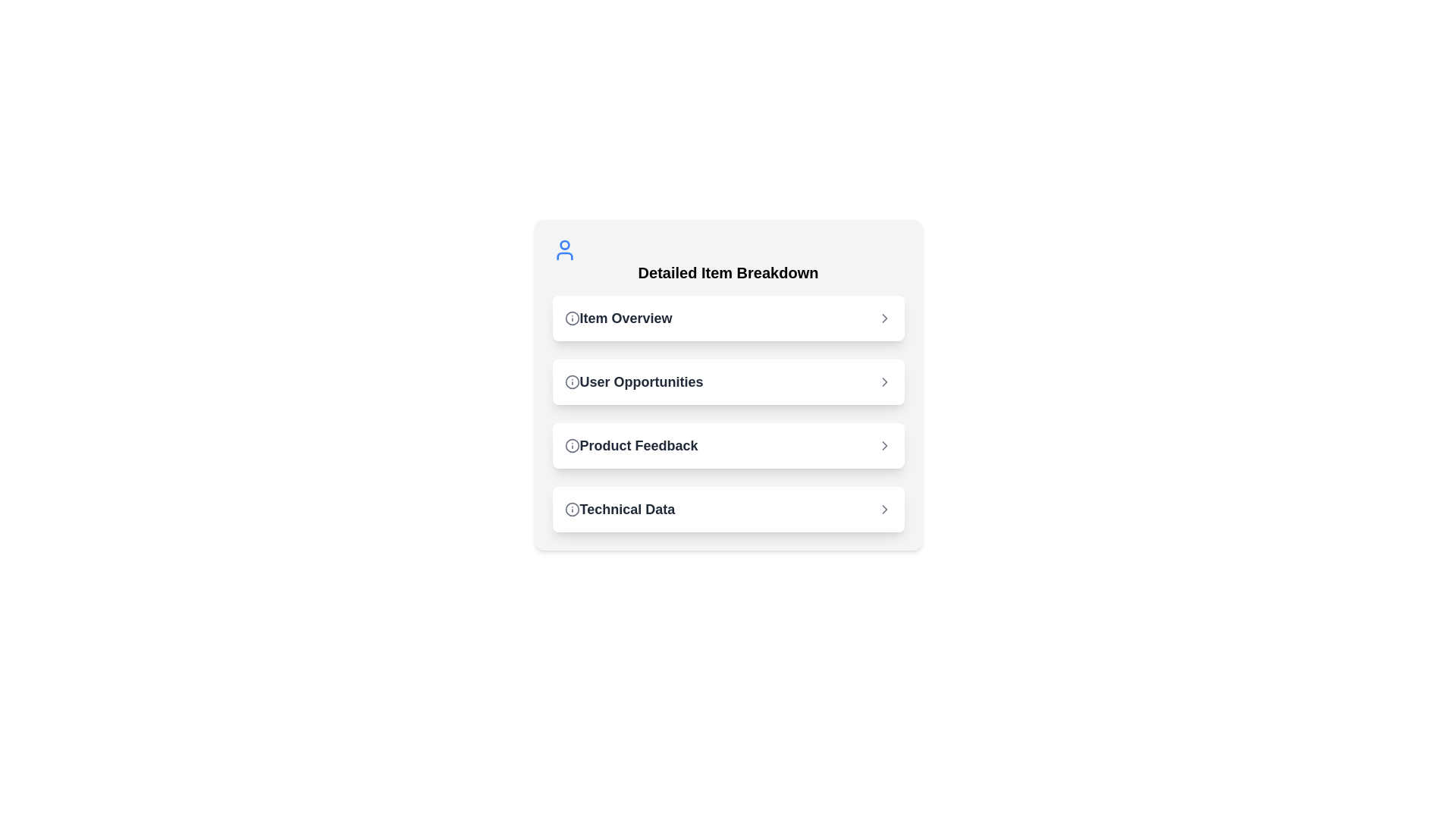 The image size is (1456, 819). Describe the element at coordinates (884, 381) in the screenshot. I see `the right-pointing chevron icon with a fine gray outline next to the 'User Opportunities' list item` at that location.